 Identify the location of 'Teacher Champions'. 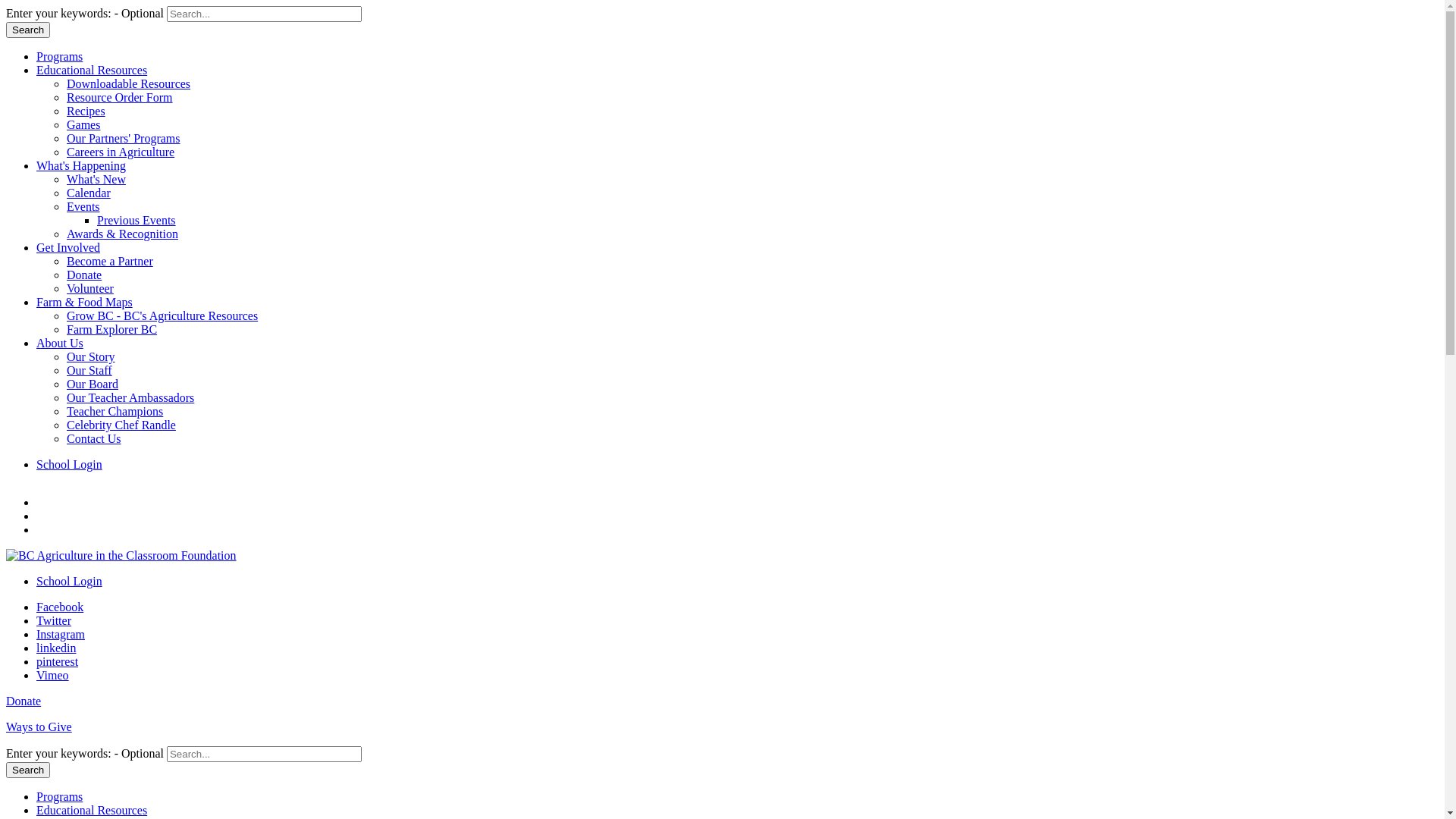
(114, 411).